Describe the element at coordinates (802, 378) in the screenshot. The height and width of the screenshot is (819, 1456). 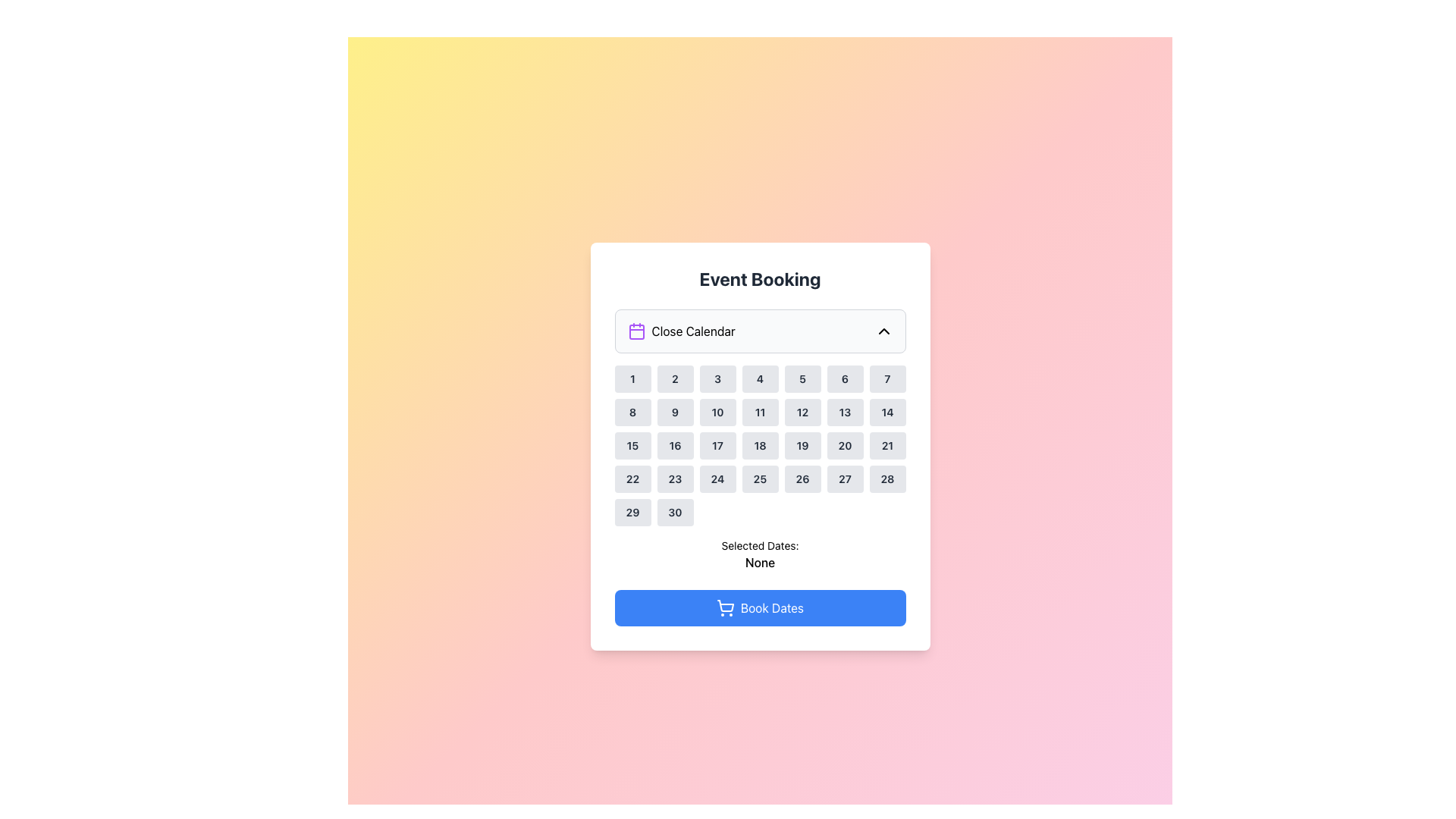
I see `the calendar cell button displaying the number '5', which is the fifth button` at that location.